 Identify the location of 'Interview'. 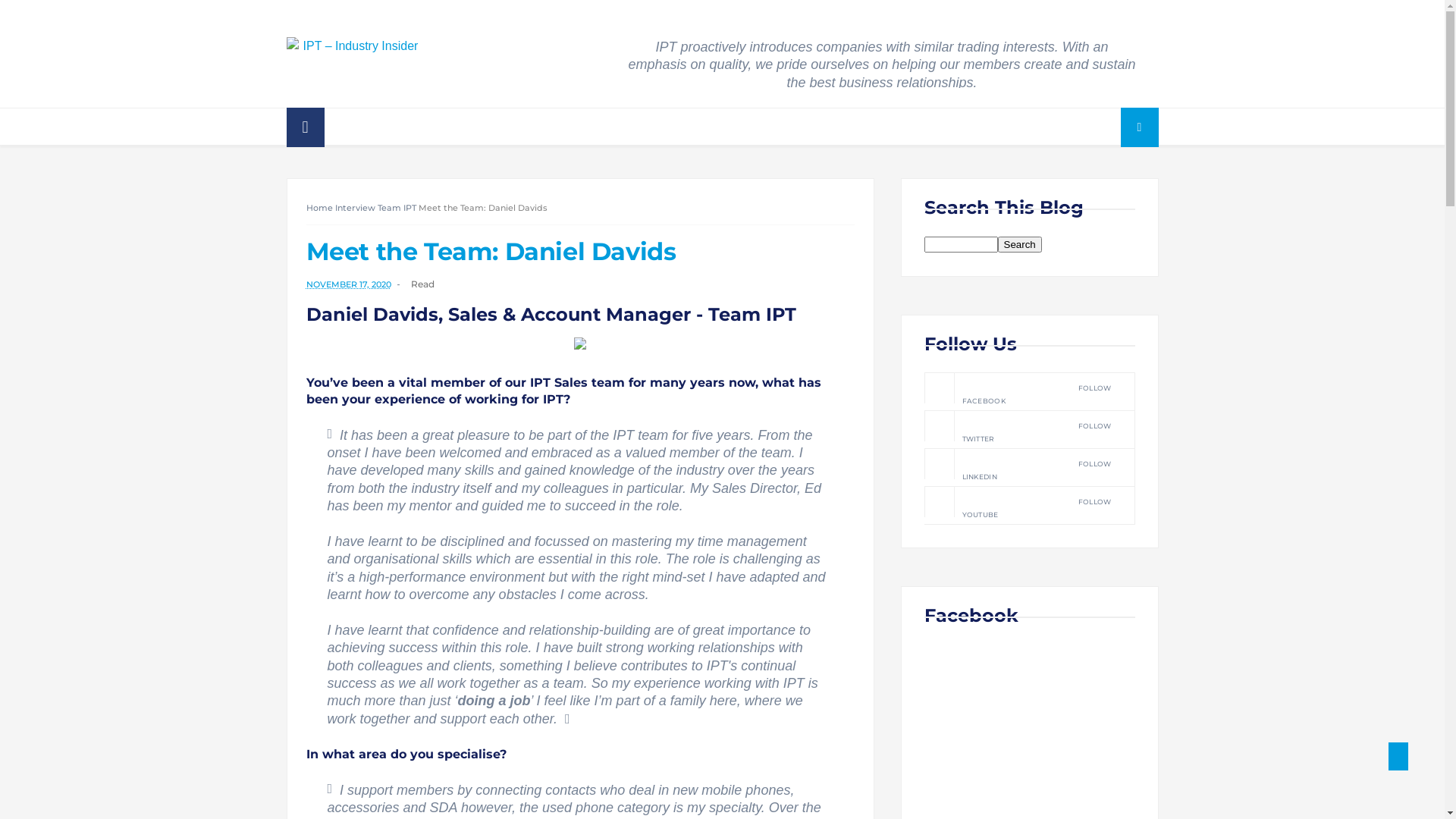
(354, 207).